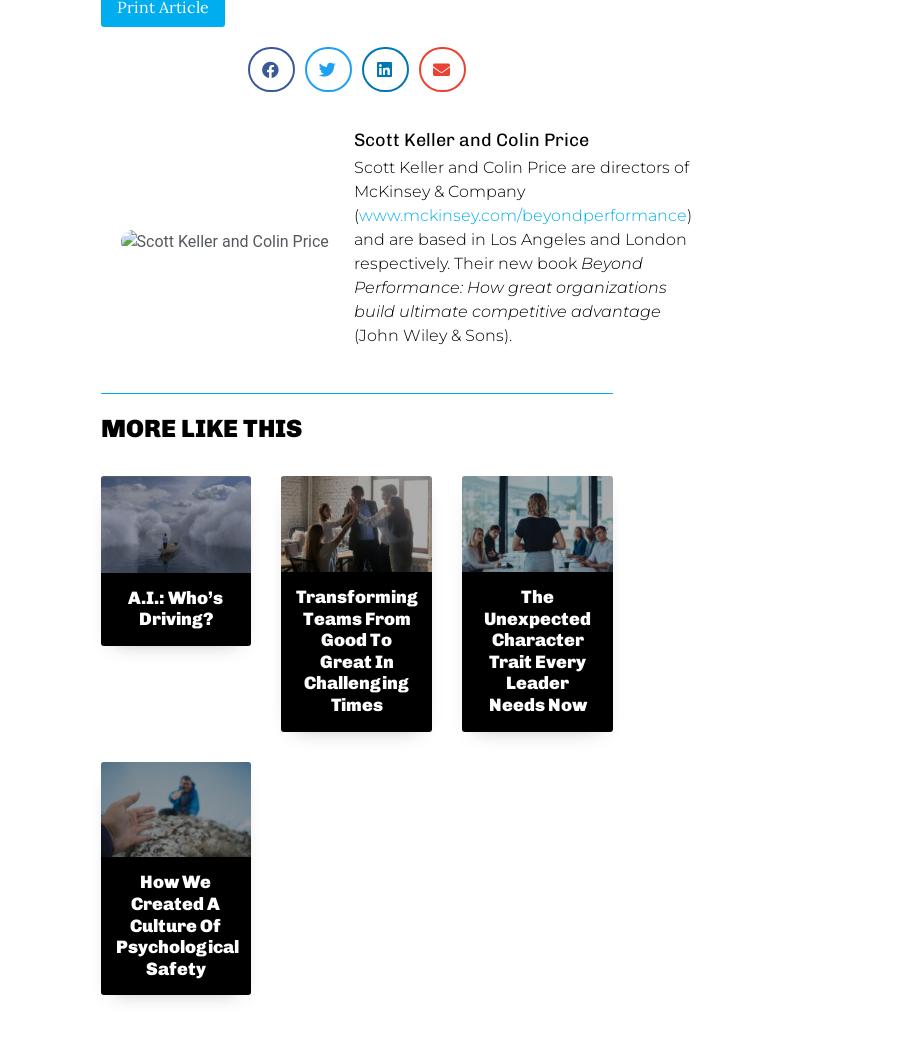 This screenshot has height=1057, width=900. I want to click on 'Beyond Performance: How great organizations build ultimate competitive advantage', so click(352, 286).